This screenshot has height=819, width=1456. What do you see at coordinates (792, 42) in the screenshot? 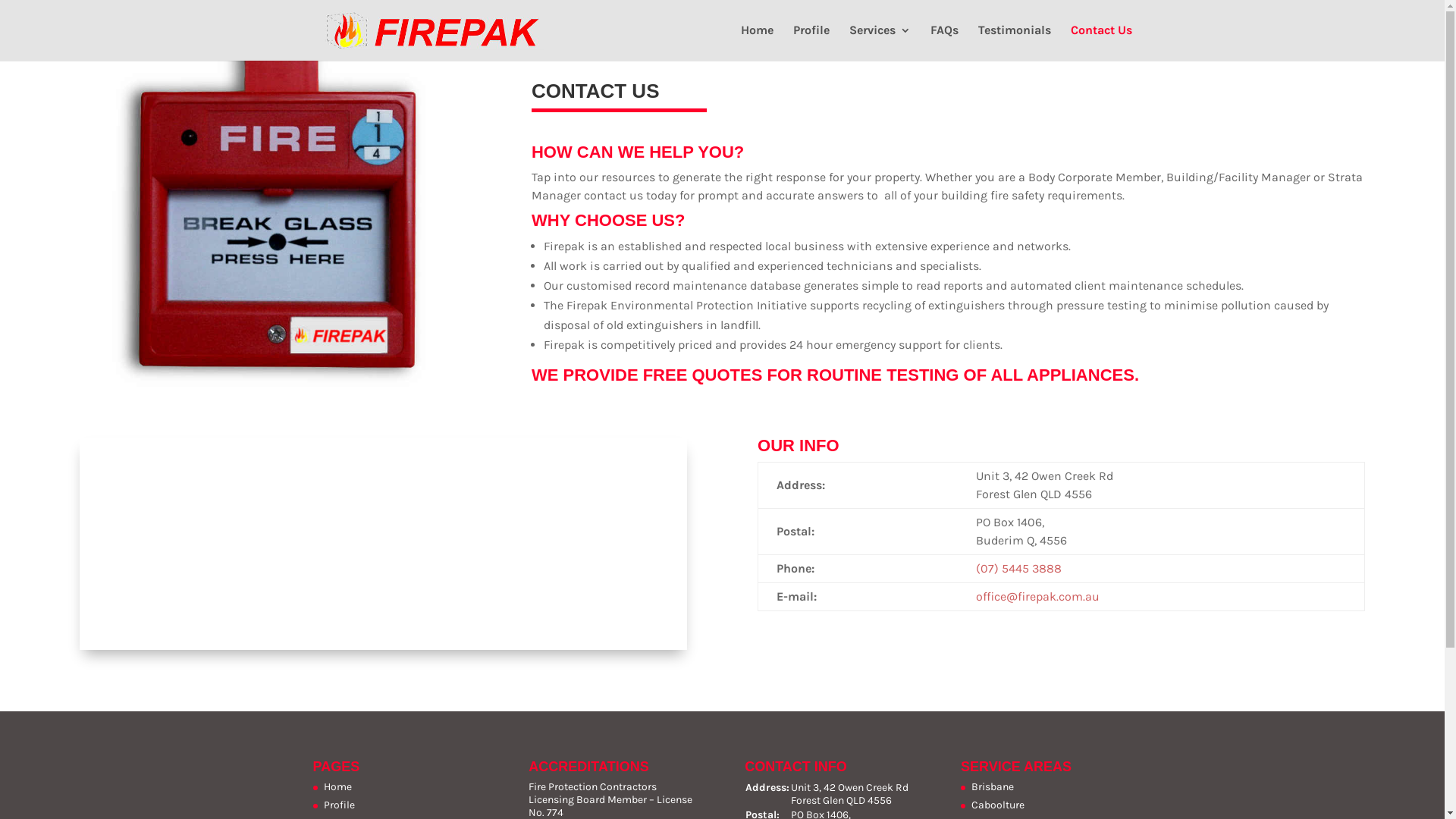
I see `'Profile'` at bounding box center [792, 42].